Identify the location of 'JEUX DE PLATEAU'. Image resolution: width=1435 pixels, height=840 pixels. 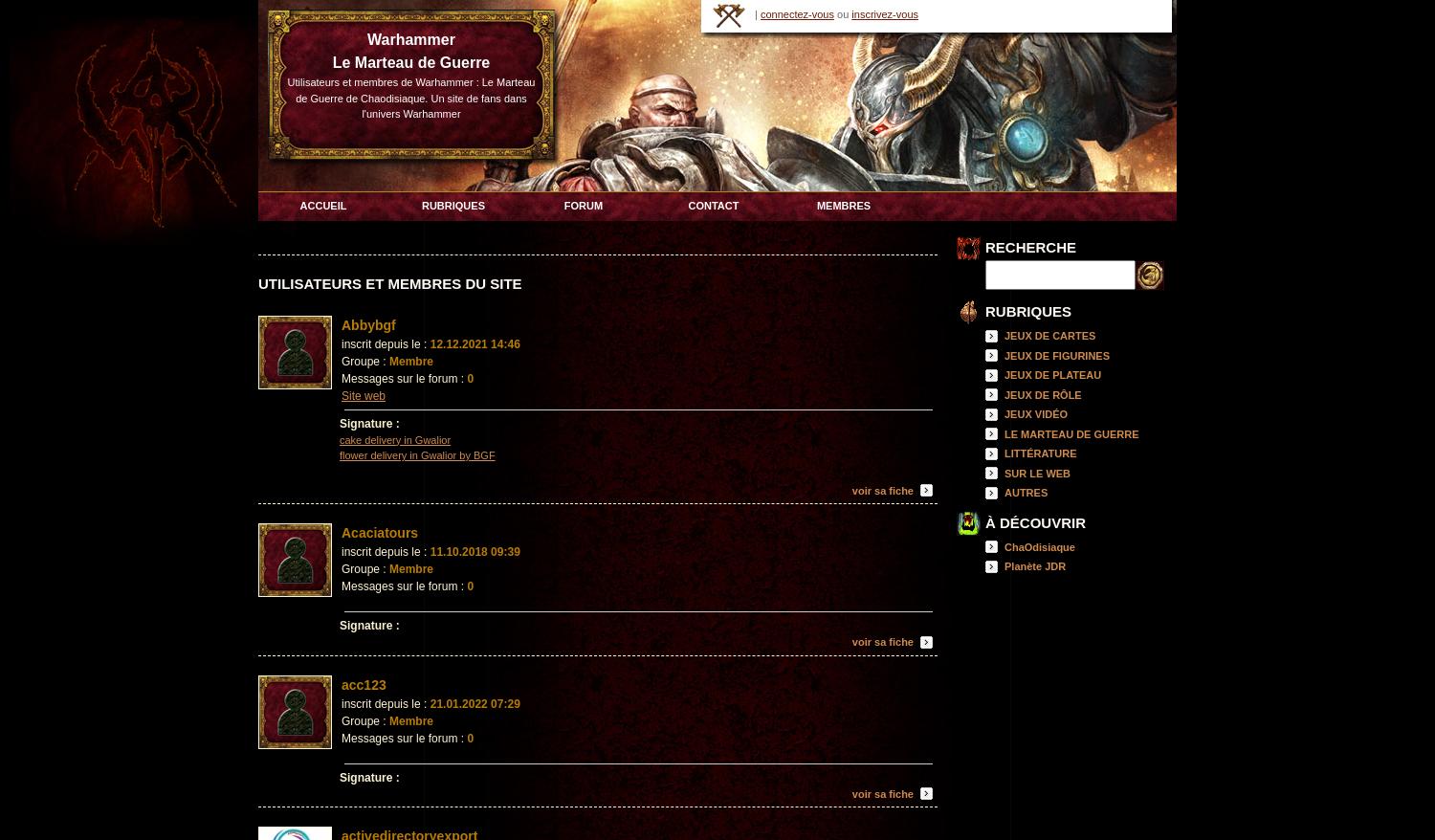
(1051, 374).